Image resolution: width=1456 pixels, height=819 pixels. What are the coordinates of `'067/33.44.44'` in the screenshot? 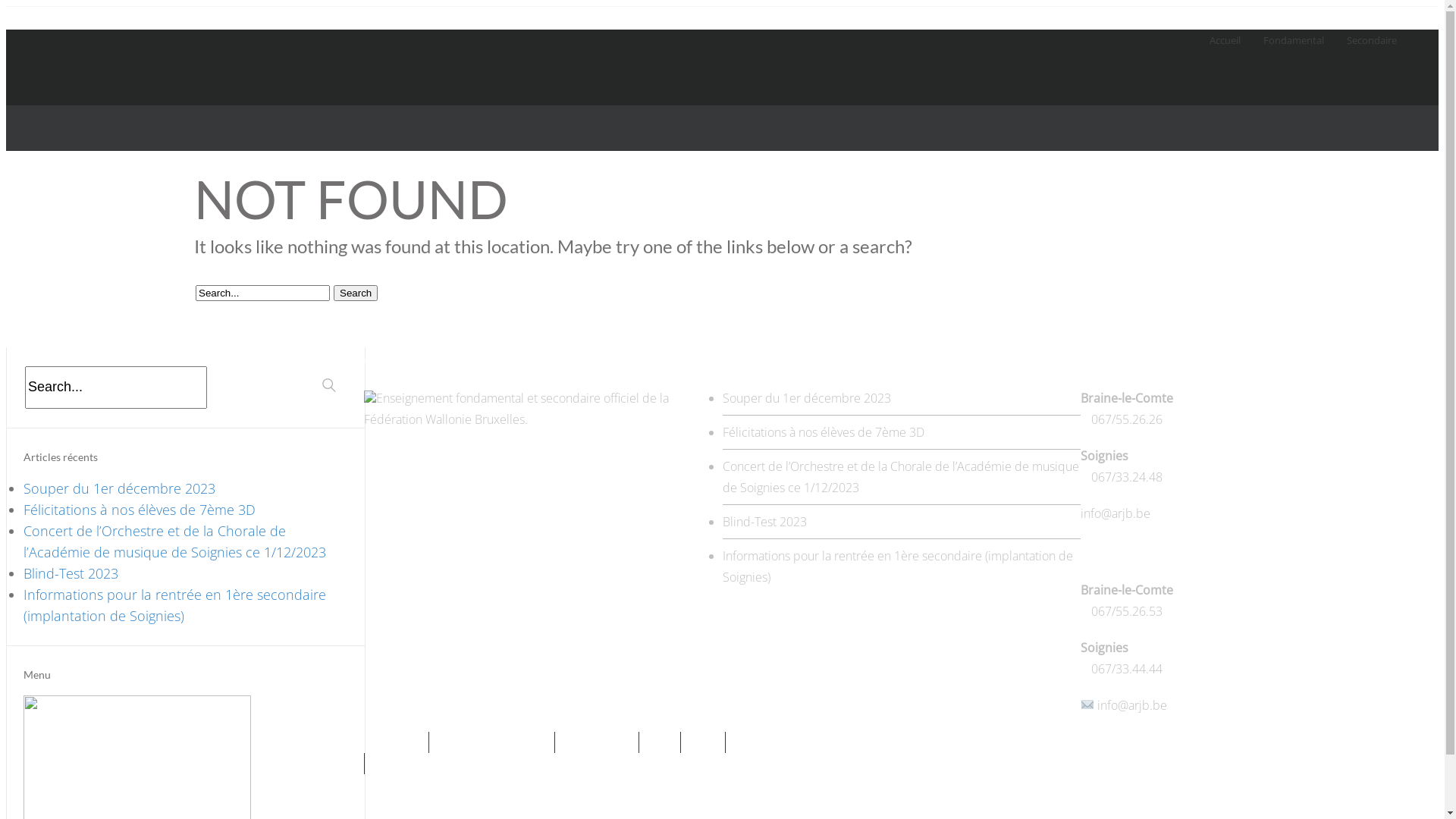 It's located at (1127, 668).